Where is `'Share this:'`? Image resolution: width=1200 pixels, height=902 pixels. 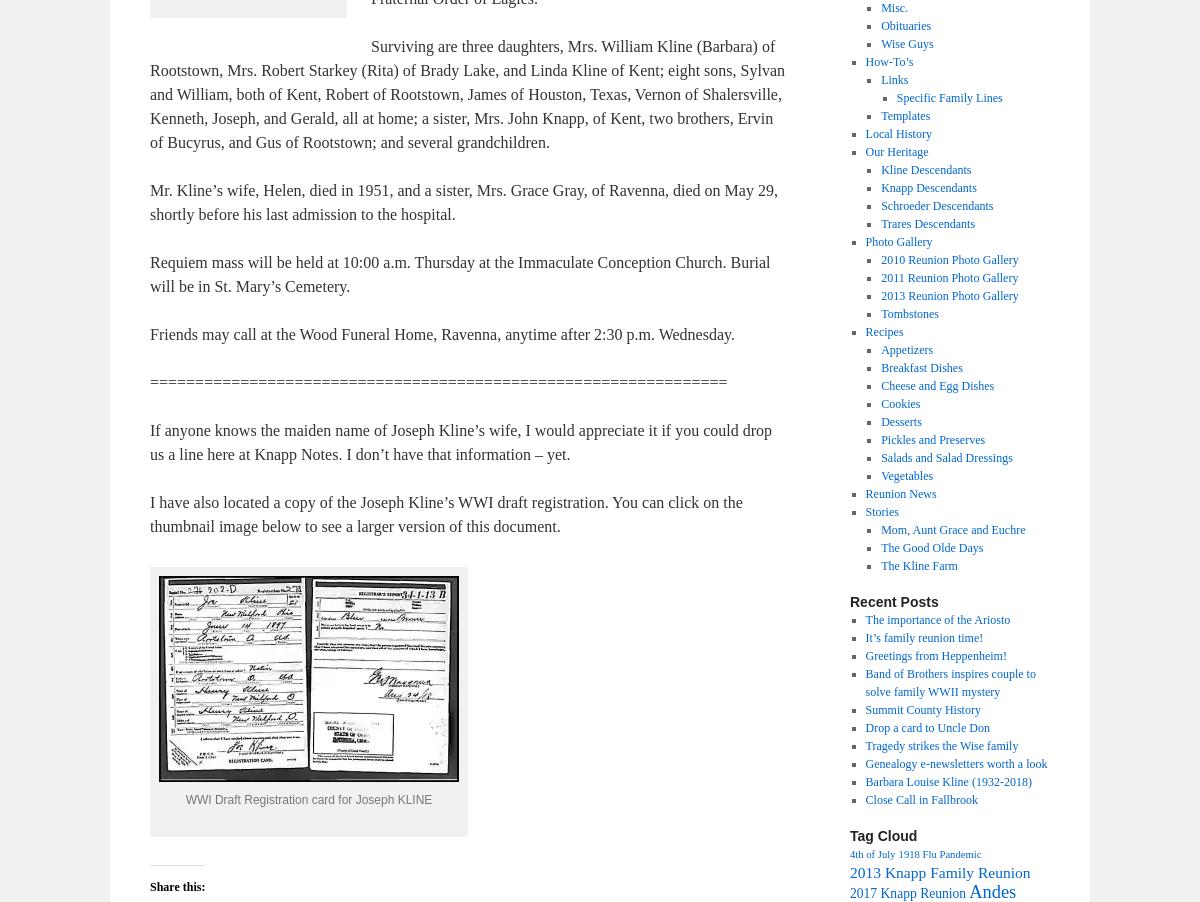 'Share this:' is located at coordinates (176, 887).